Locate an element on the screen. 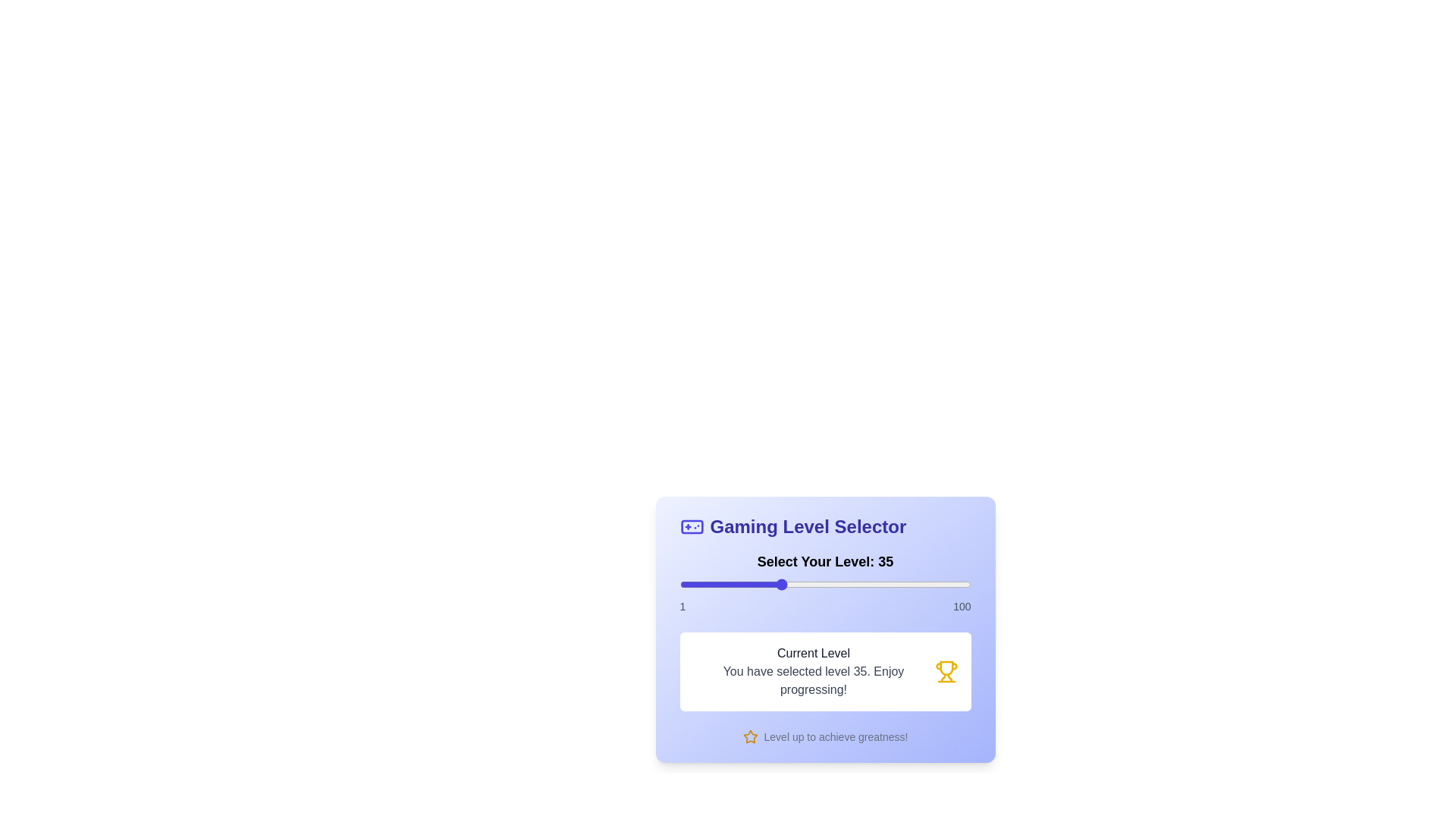 This screenshot has width=1456, height=819. the Decorative icon that represents the theme of the component related to gaming activities, located to the left of the 'Gaming Level Selector' text in the header section of the card component is located at coordinates (691, 526).